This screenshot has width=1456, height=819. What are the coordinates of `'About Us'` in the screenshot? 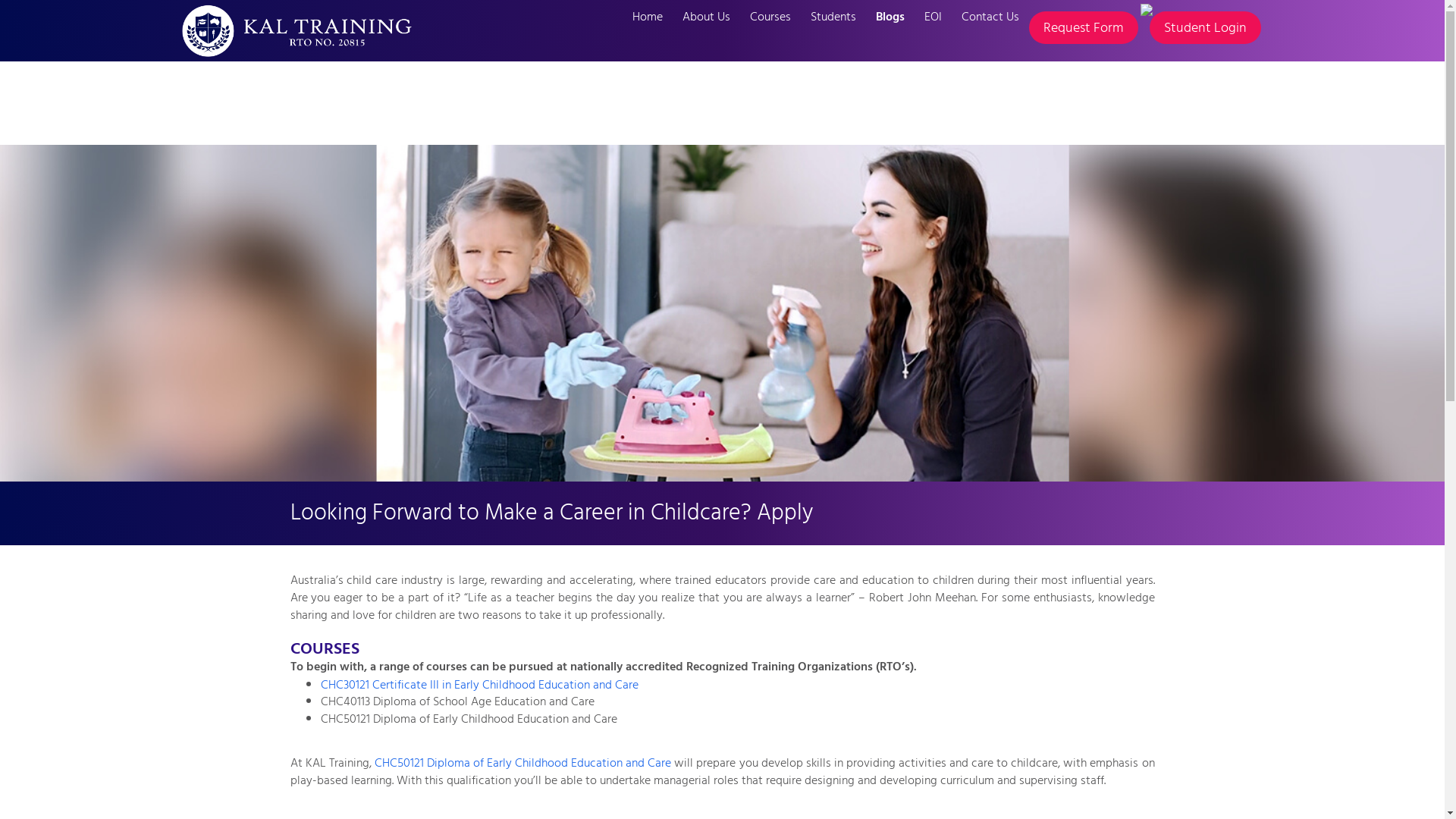 It's located at (704, 17).